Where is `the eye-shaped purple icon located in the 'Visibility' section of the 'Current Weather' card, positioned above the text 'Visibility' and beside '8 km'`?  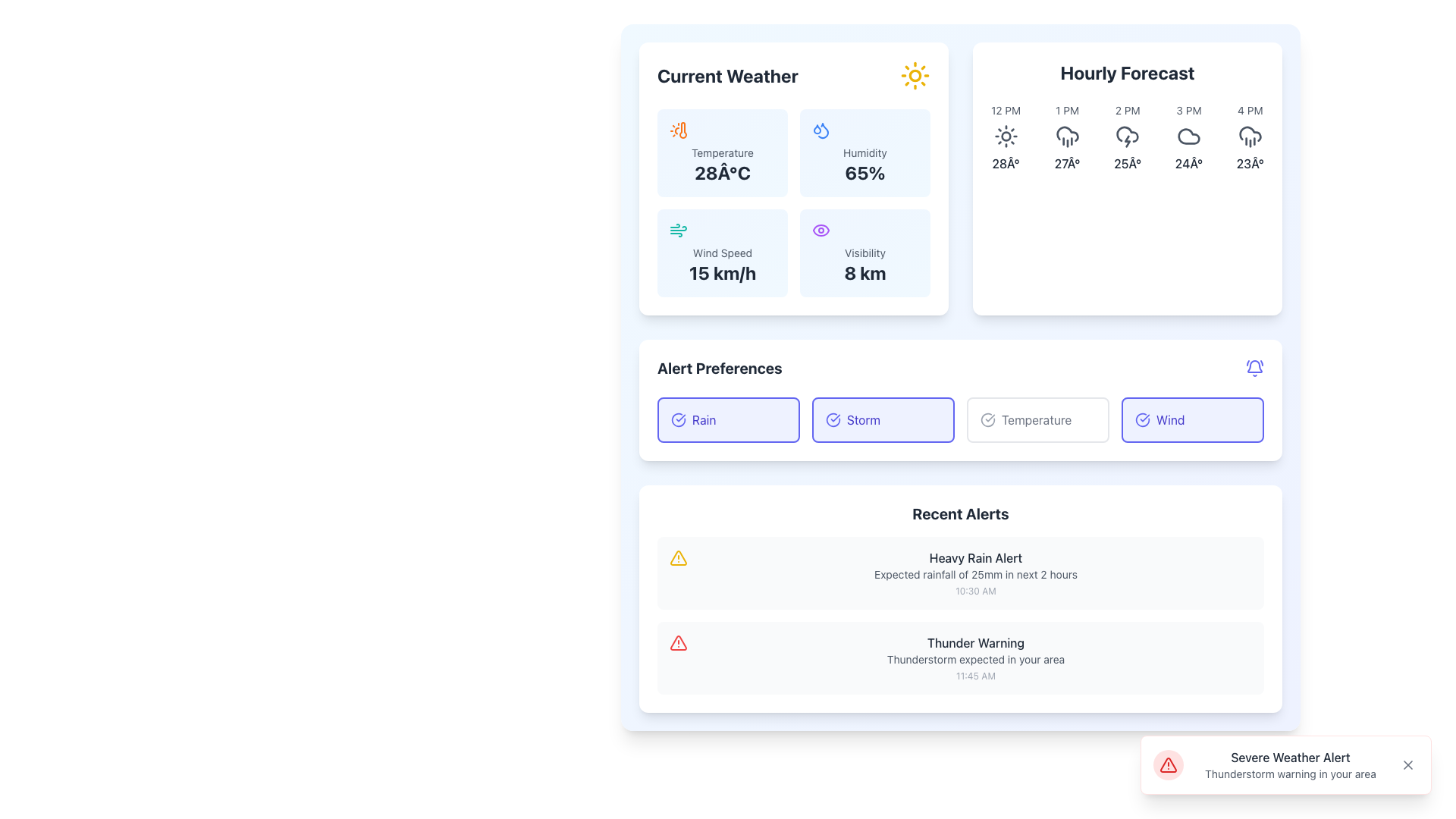 the eye-shaped purple icon located in the 'Visibility' section of the 'Current Weather' card, positioned above the text 'Visibility' and beside '8 km' is located at coordinates (821, 231).